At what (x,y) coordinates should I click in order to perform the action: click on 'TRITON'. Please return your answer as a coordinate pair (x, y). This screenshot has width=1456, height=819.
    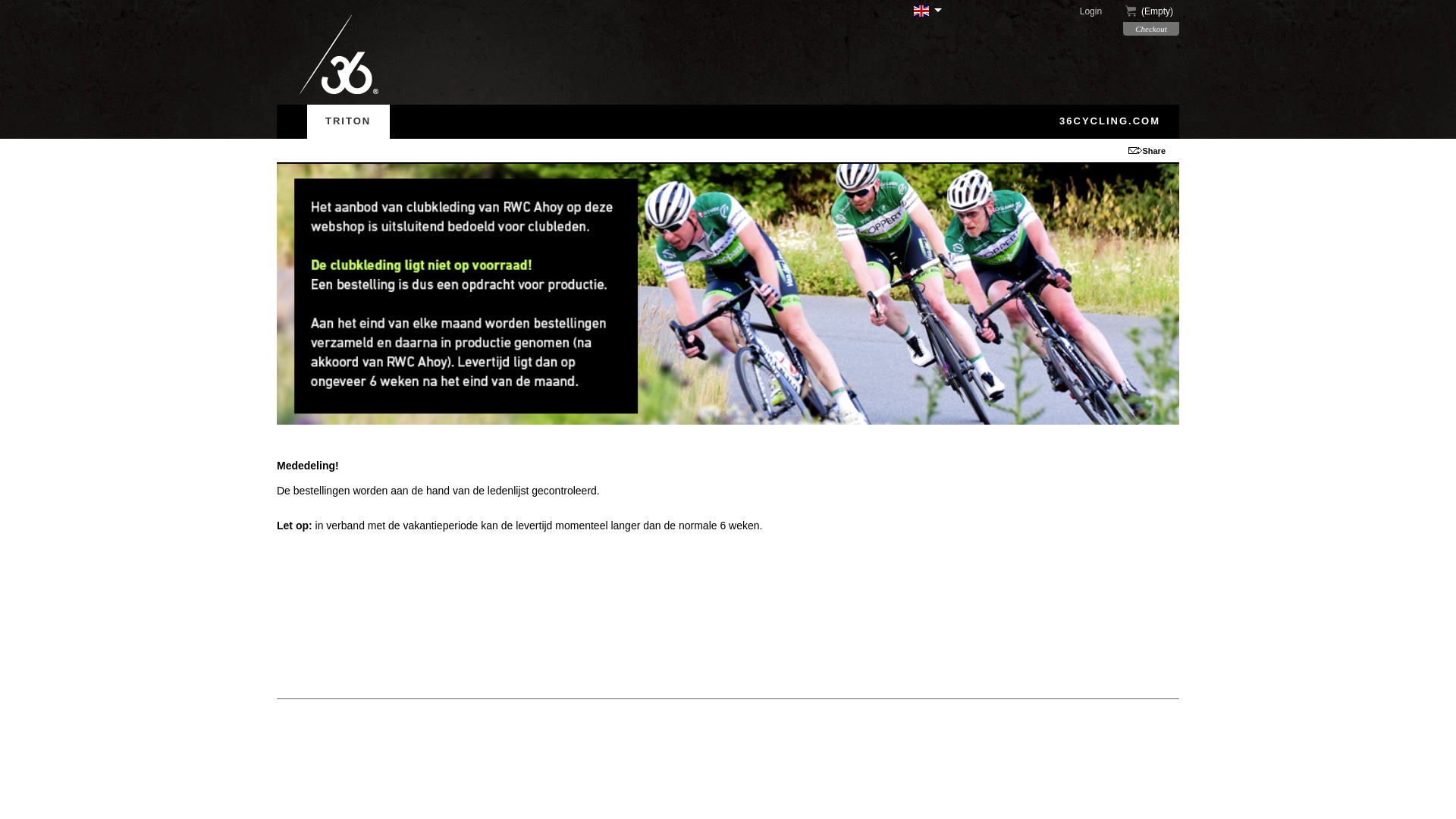
    Looking at the image, I should click on (347, 120).